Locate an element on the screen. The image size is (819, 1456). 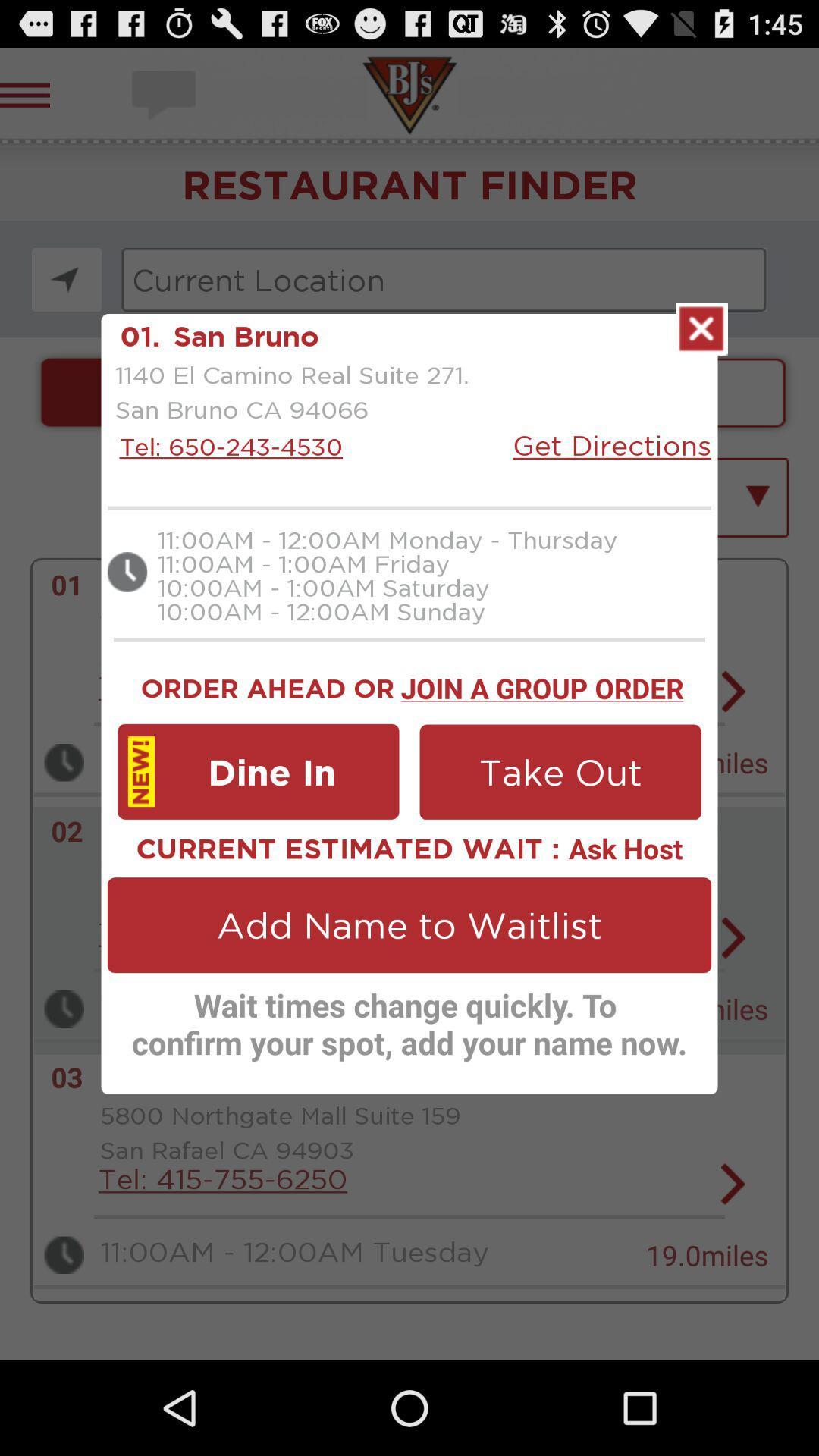
icon to the right of 1140 el camino is located at coordinates (611, 444).